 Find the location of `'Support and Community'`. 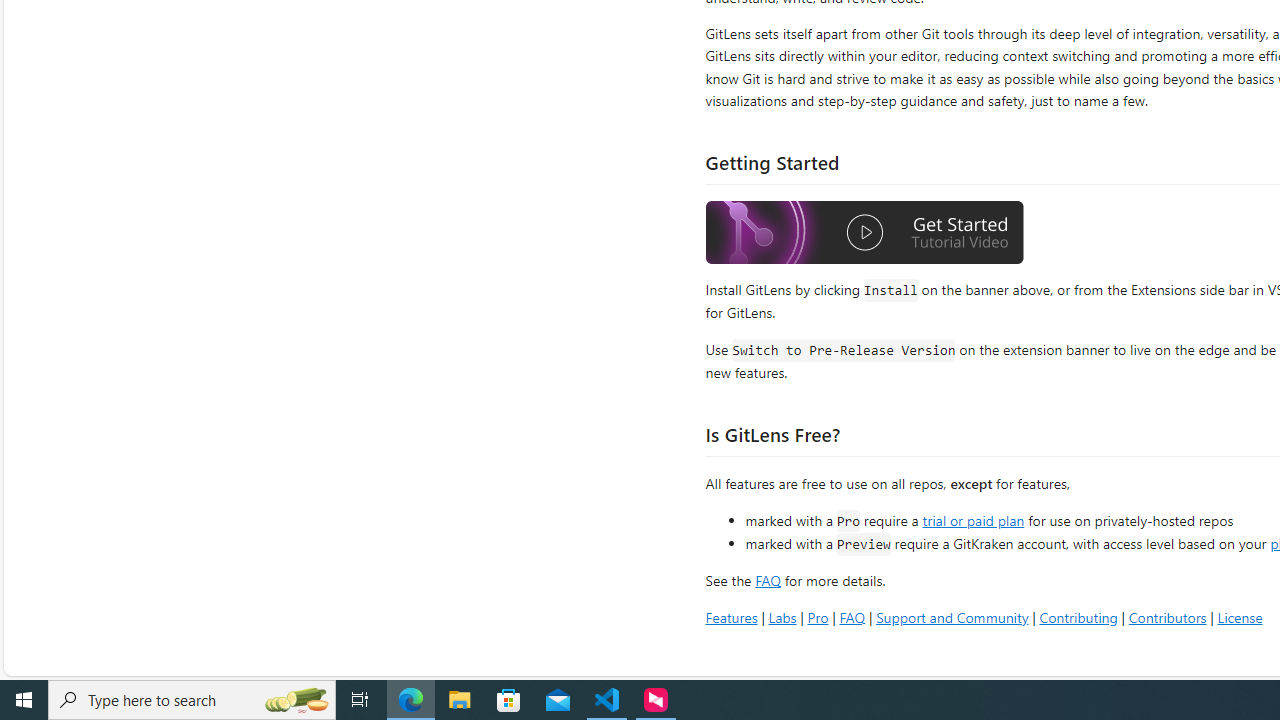

'Support and Community' is located at coordinates (951, 616).